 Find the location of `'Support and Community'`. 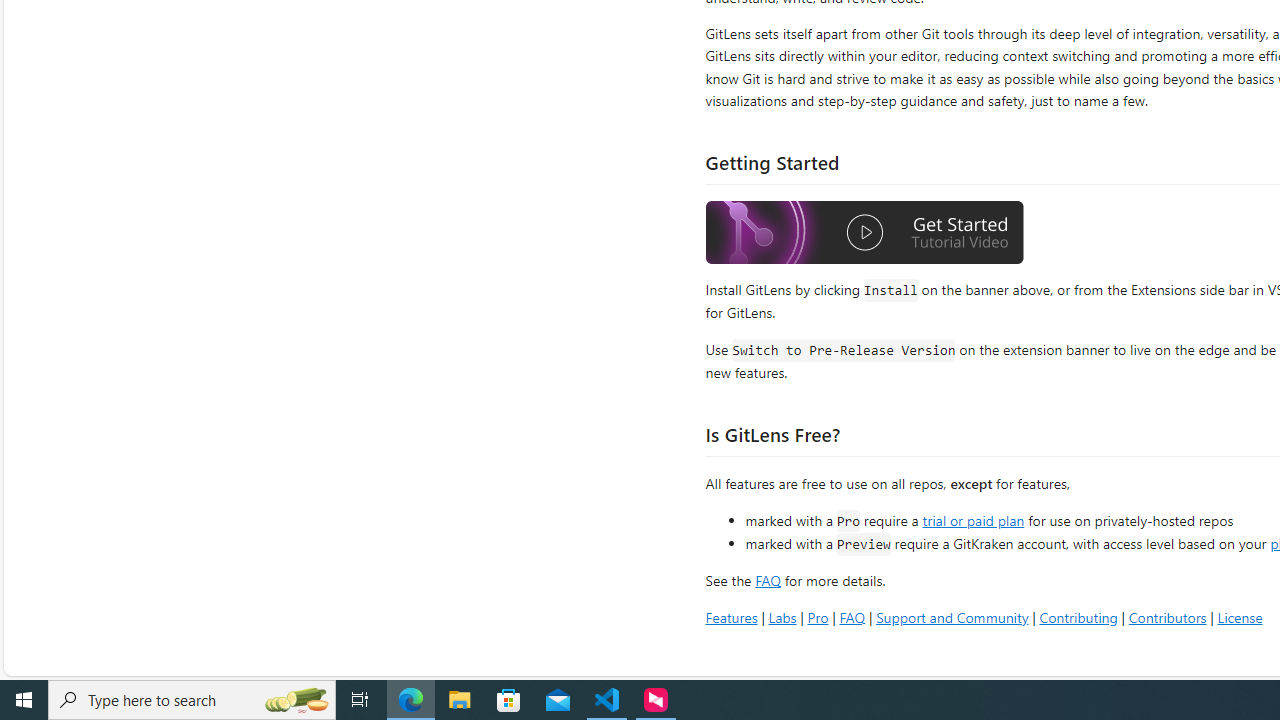

'Support and Community' is located at coordinates (951, 616).